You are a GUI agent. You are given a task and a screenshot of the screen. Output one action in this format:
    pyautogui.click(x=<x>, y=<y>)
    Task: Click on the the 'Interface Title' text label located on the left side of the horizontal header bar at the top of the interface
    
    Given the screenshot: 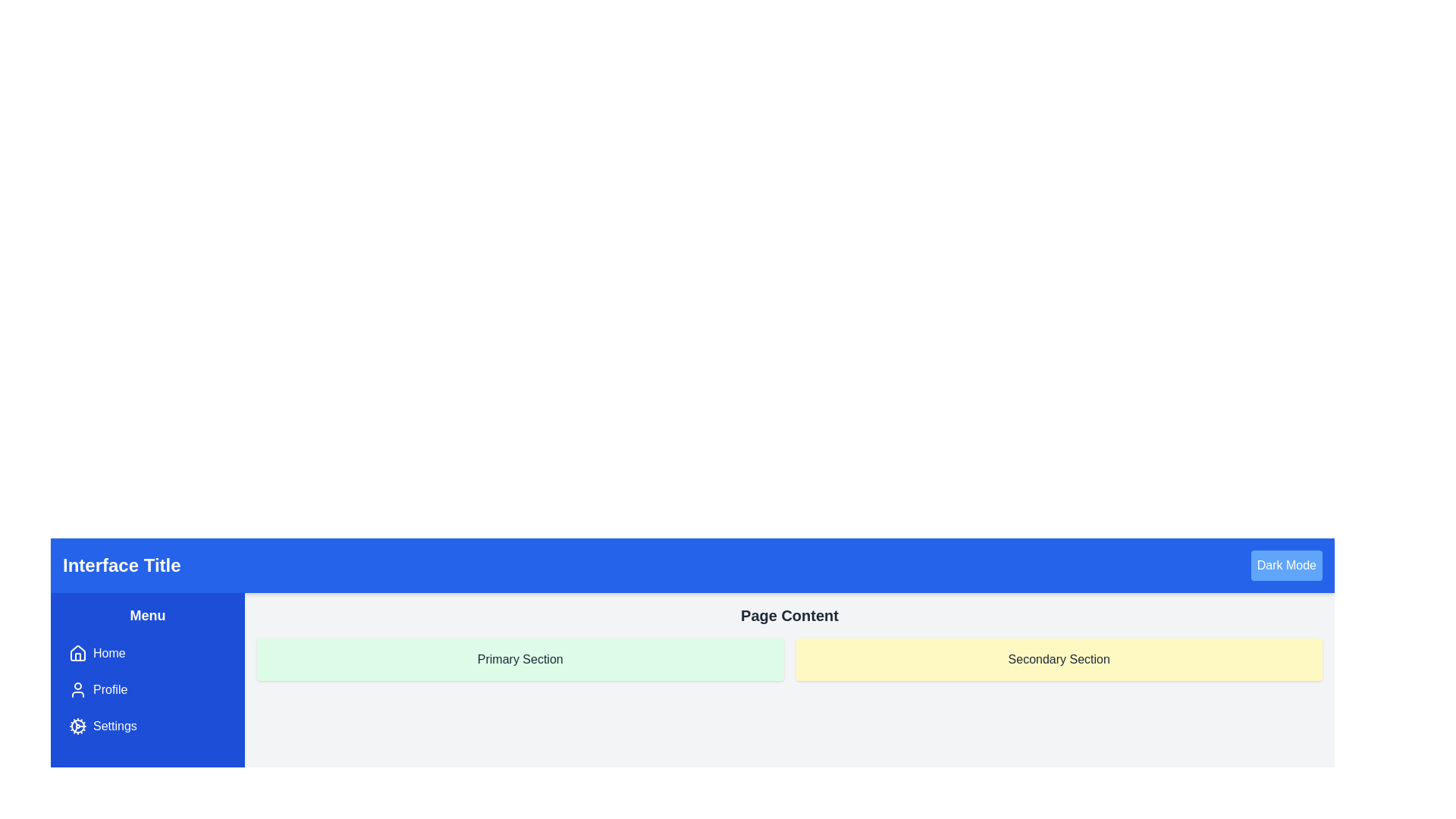 What is the action you would take?
    pyautogui.click(x=121, y=565)
    